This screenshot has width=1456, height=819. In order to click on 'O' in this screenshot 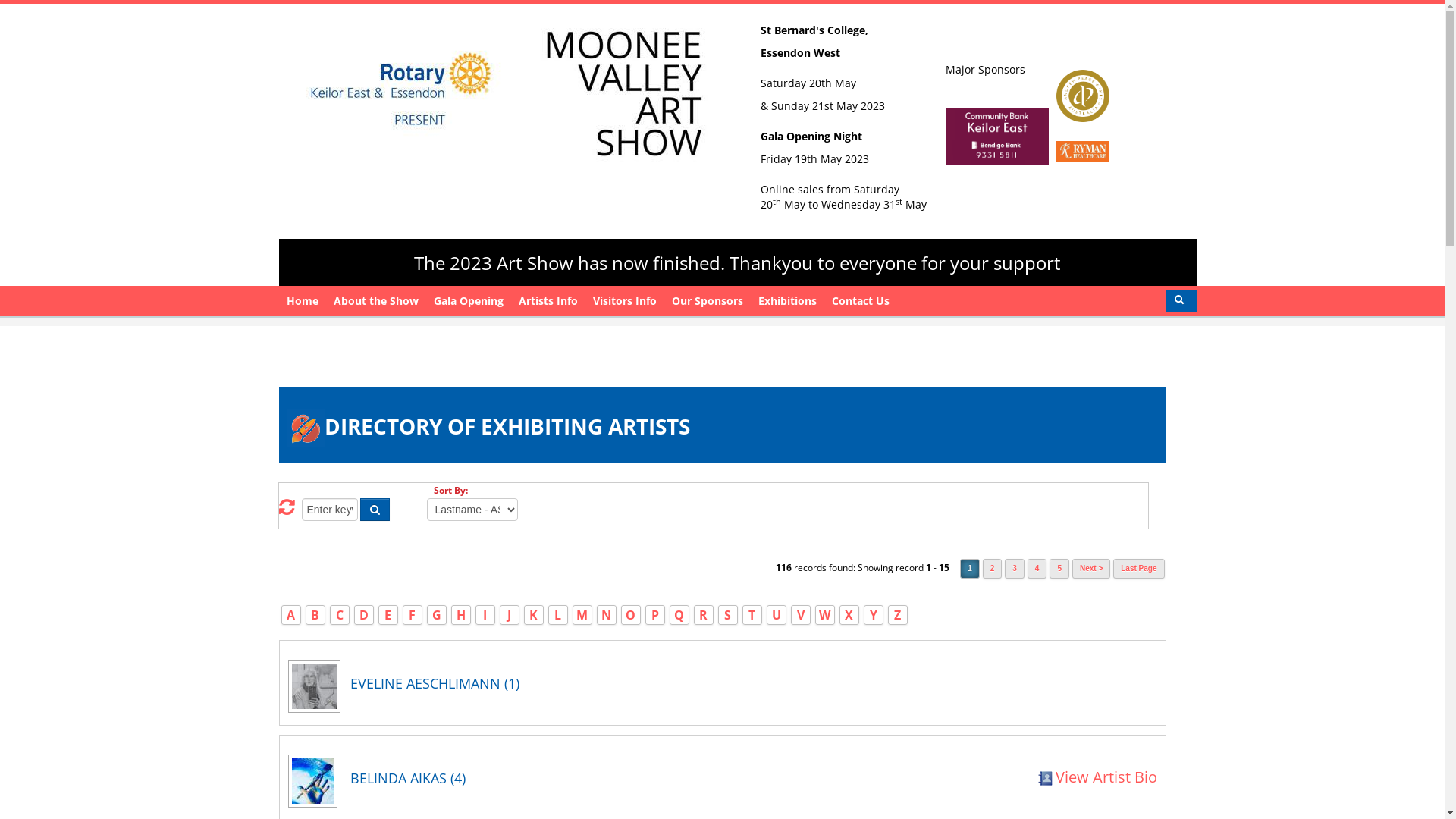, I will do `click(630, 614)`.